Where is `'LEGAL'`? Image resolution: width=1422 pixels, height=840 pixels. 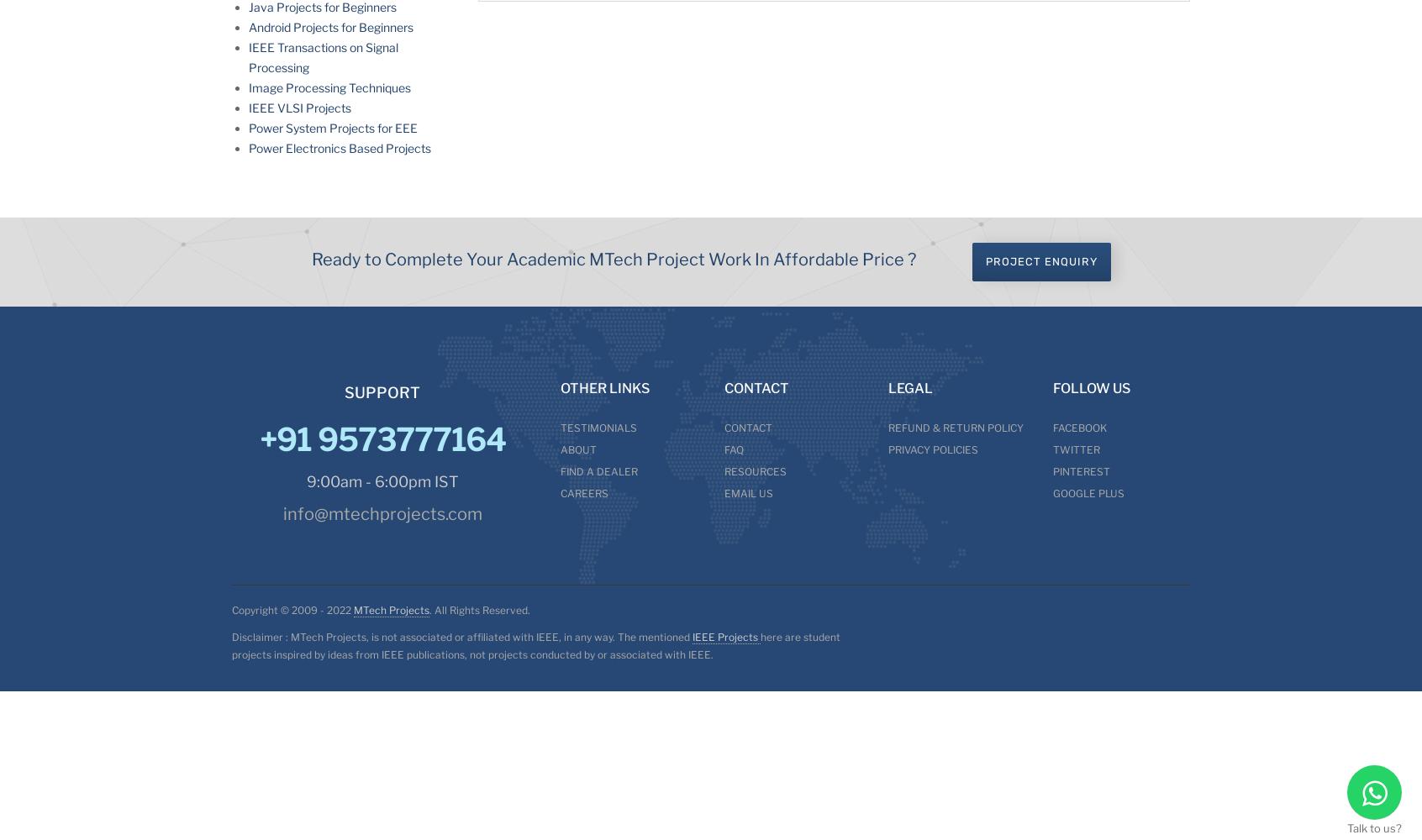 'LEGAL' is located at coordinates (910, 387).